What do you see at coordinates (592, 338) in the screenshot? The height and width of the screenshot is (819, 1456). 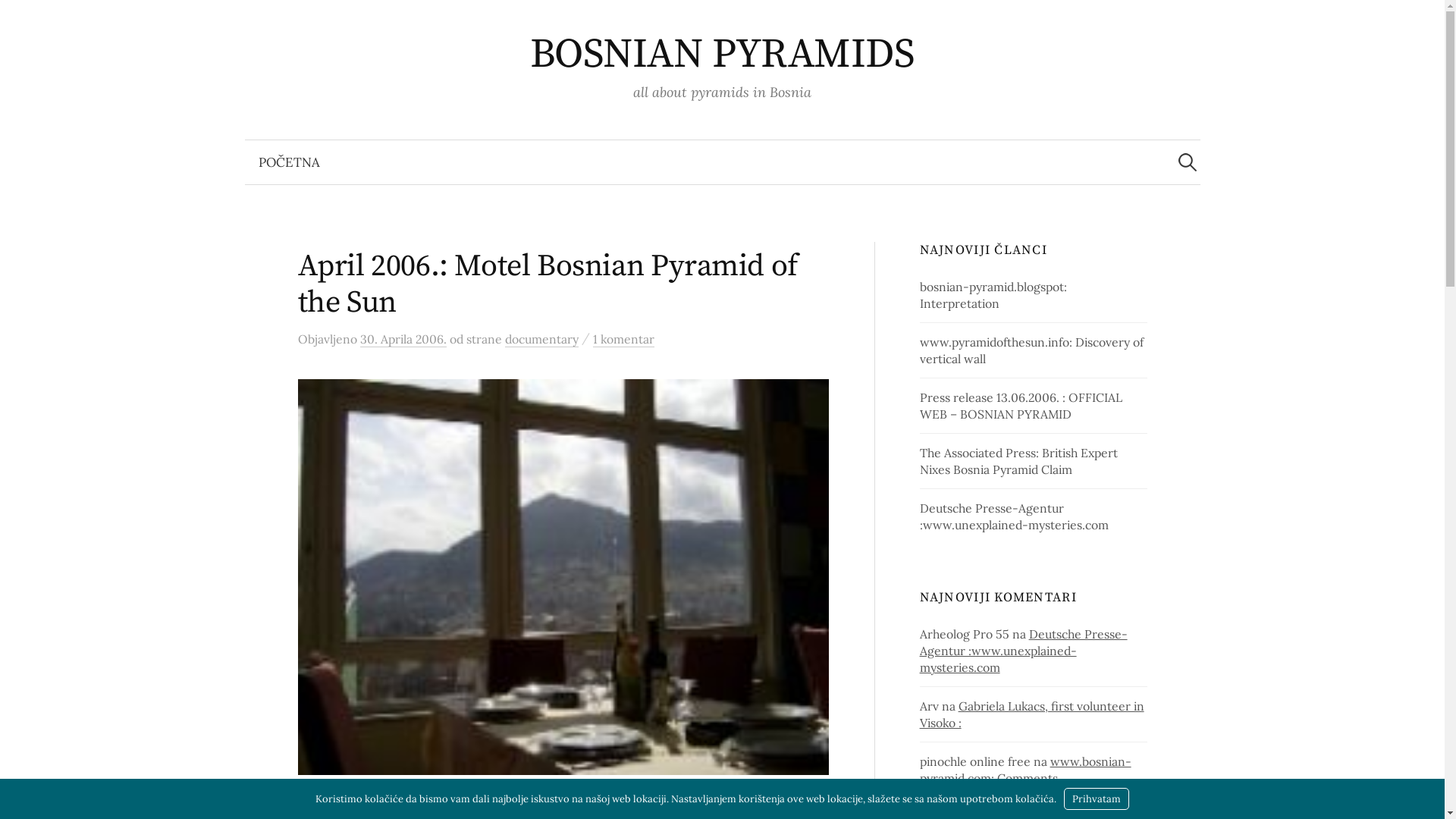 I see `'1 komentar` at bounding box center [592, 338].